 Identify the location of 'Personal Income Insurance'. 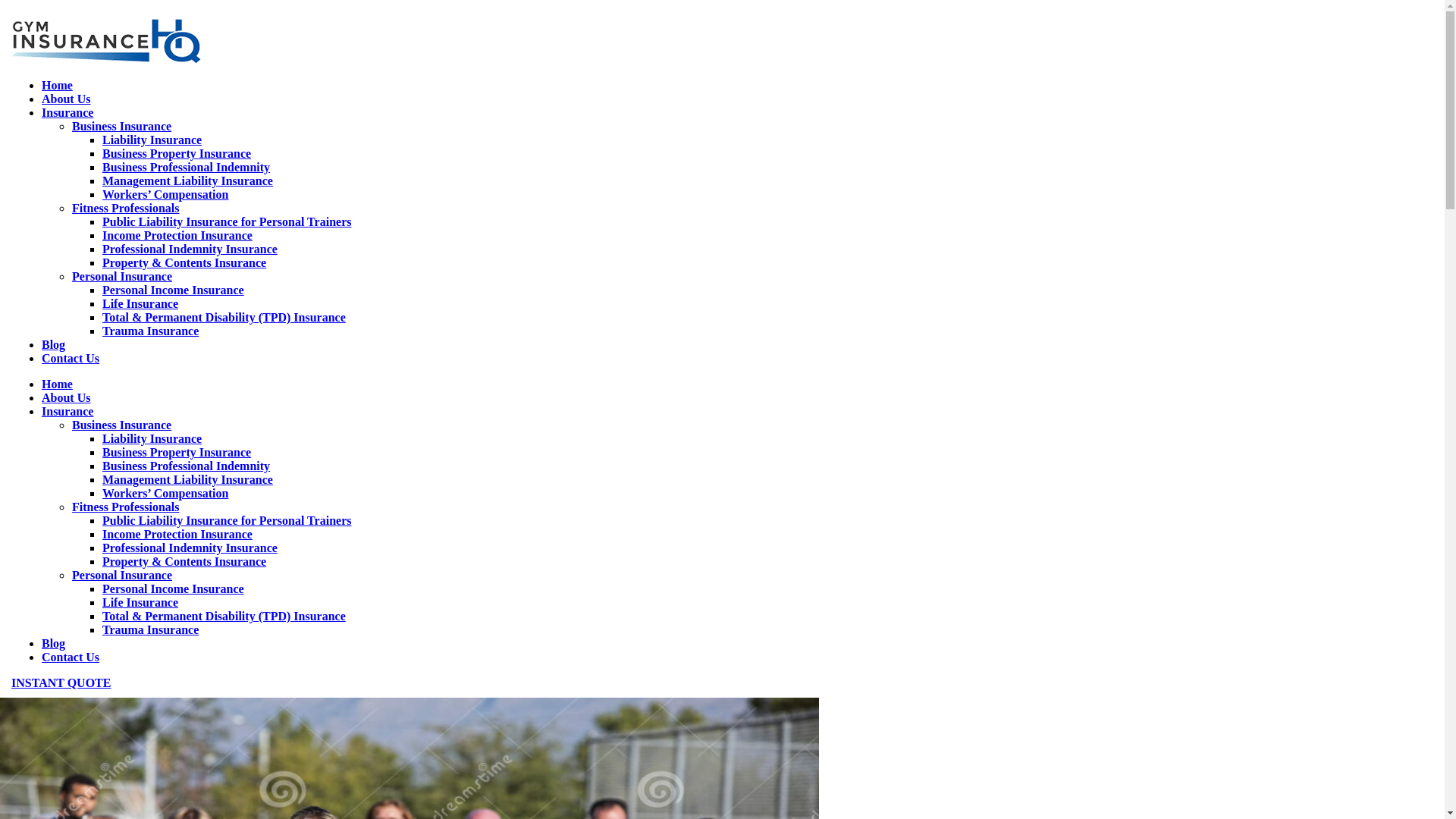
(173, 588).